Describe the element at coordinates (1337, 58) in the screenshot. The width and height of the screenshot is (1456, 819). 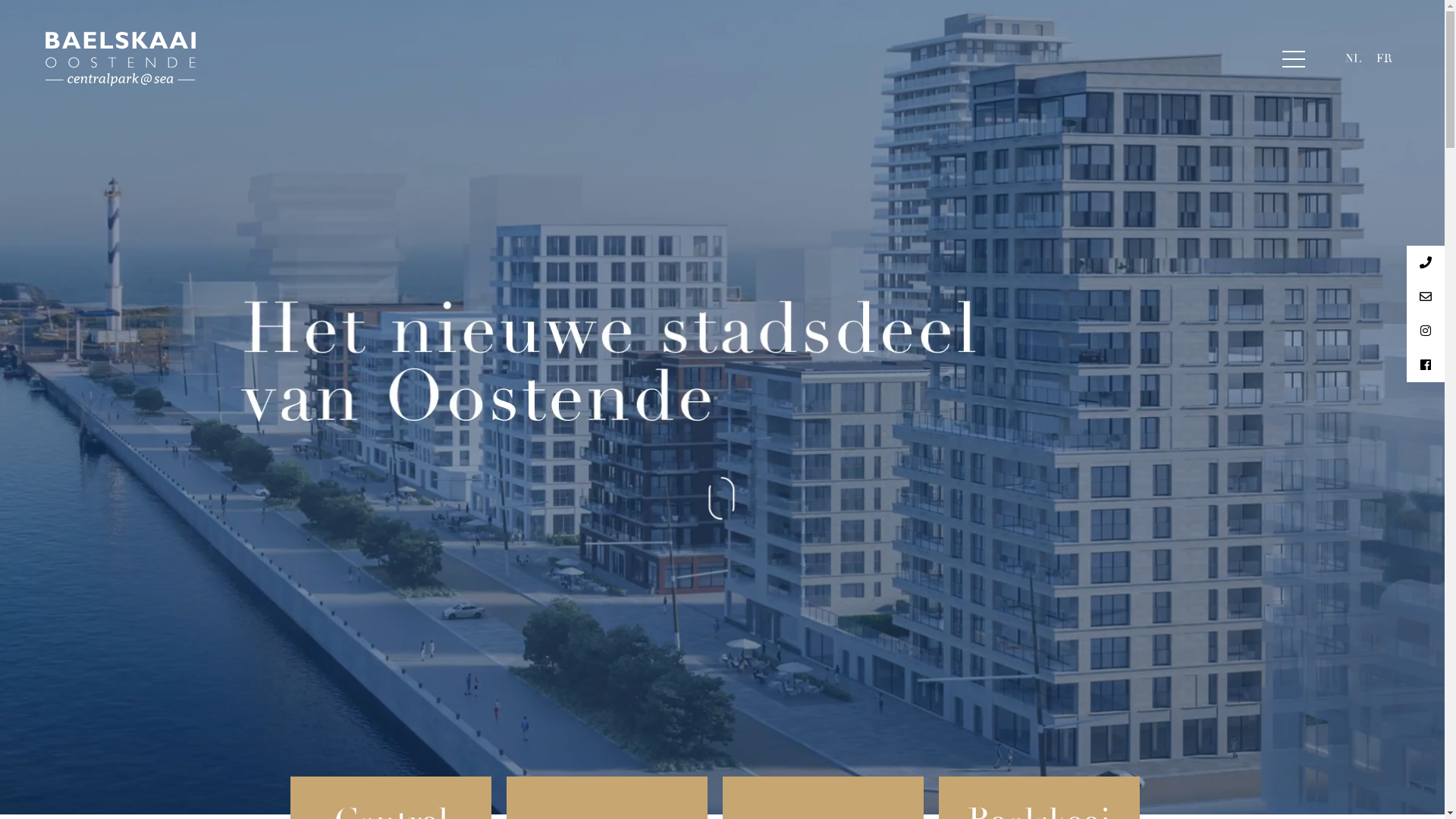
I see `'NL'` at that location.